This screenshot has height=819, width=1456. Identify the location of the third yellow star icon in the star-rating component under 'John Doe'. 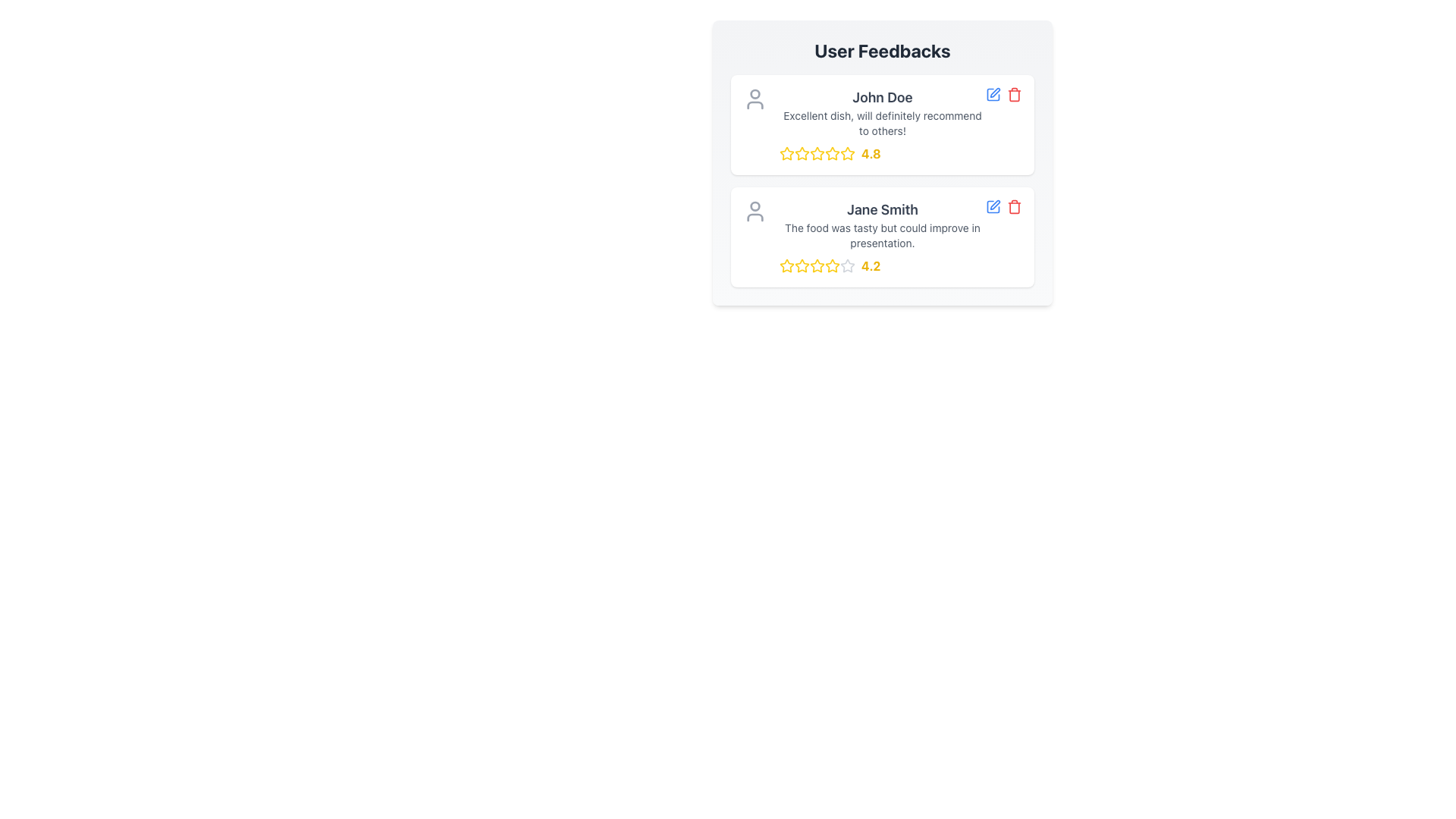
(817, 154).